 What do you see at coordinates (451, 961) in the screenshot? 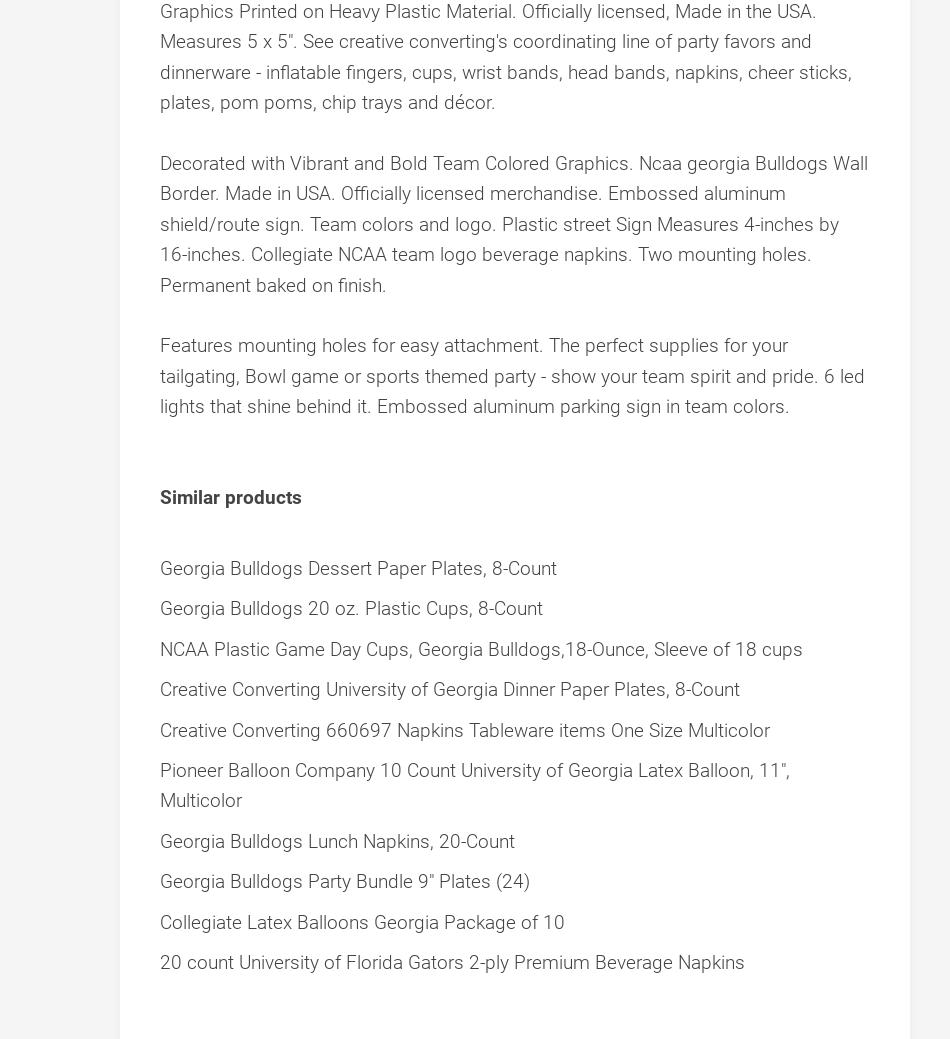
I see `'20 count University of Florida Gators 2-ply Premium Beverage Napkins'` at bounding box center [451, 961].